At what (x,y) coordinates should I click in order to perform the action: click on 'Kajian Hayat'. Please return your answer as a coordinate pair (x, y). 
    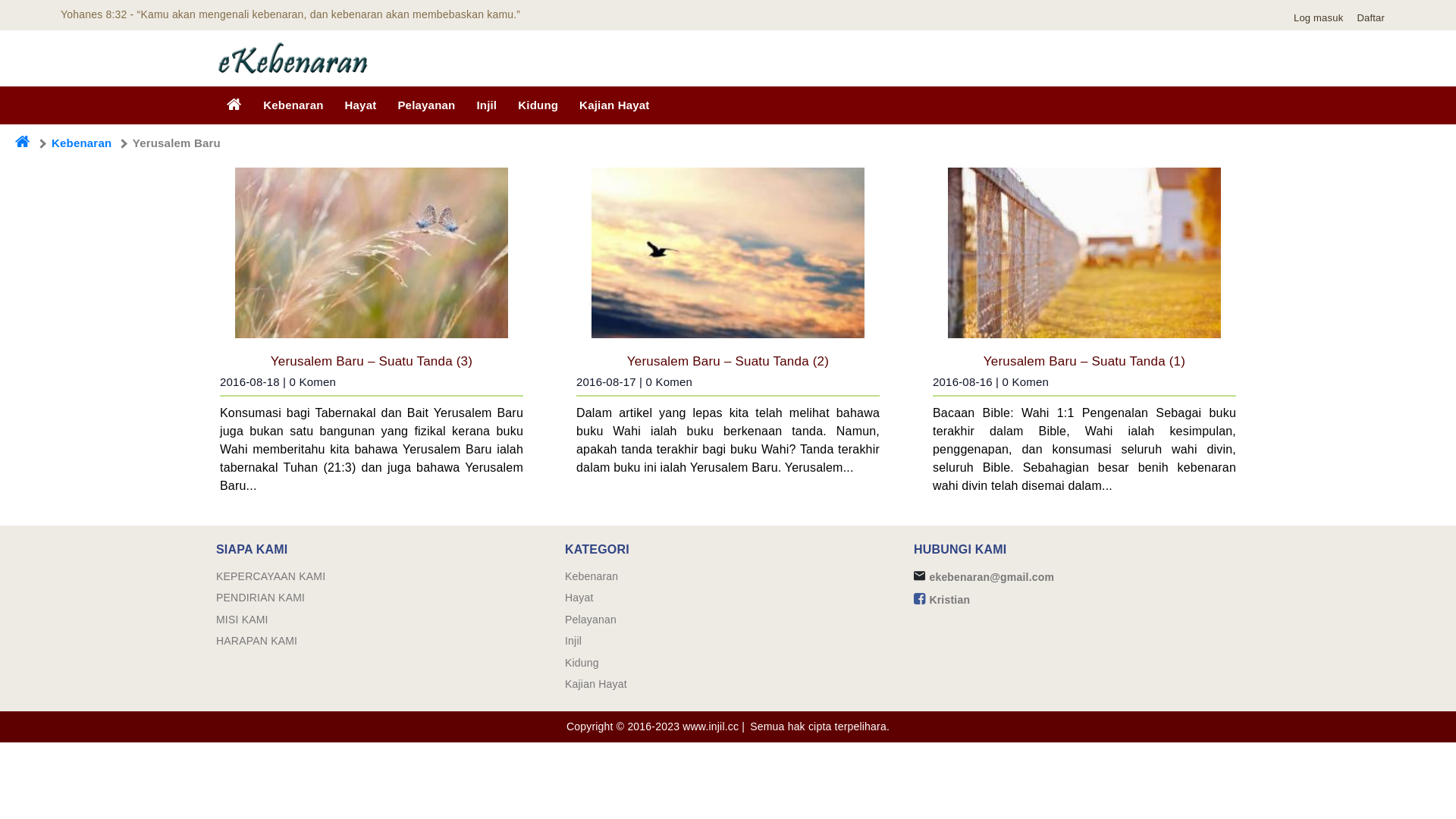
    Looking at the image, I should click on (595, 684).